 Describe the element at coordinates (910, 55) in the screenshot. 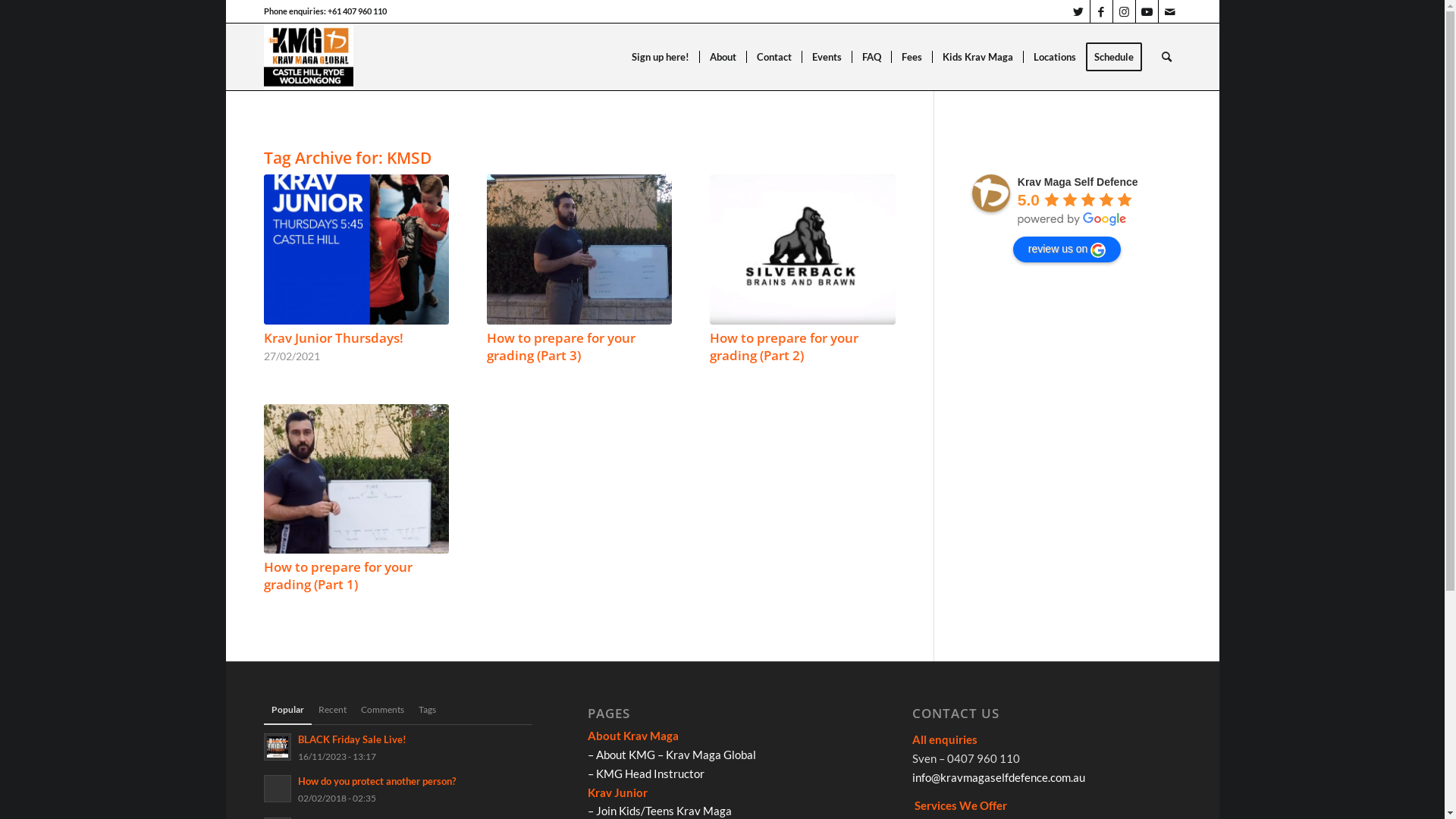

I see `'Fees'` at that location.